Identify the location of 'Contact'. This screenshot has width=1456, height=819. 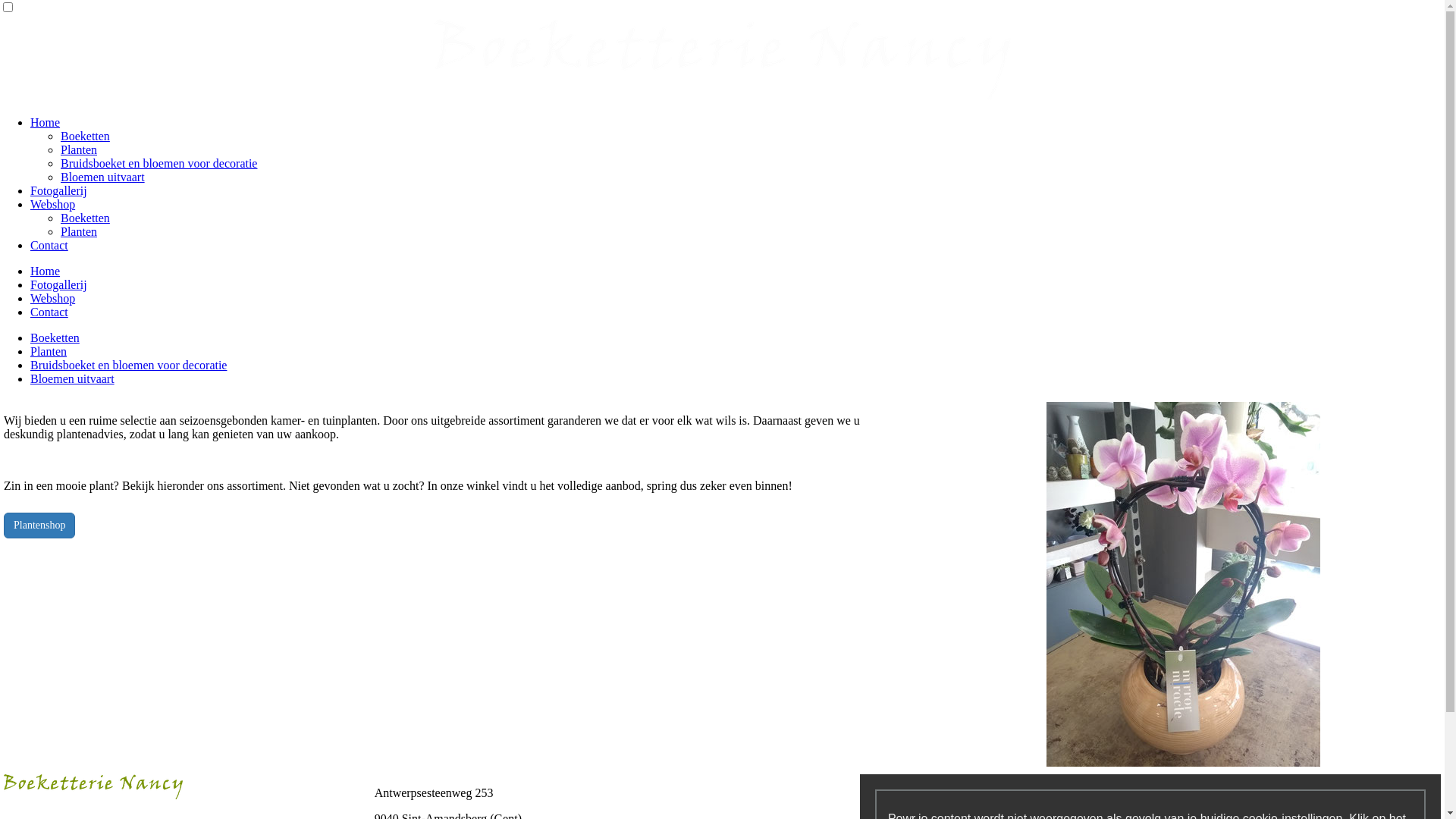
(49, 311).